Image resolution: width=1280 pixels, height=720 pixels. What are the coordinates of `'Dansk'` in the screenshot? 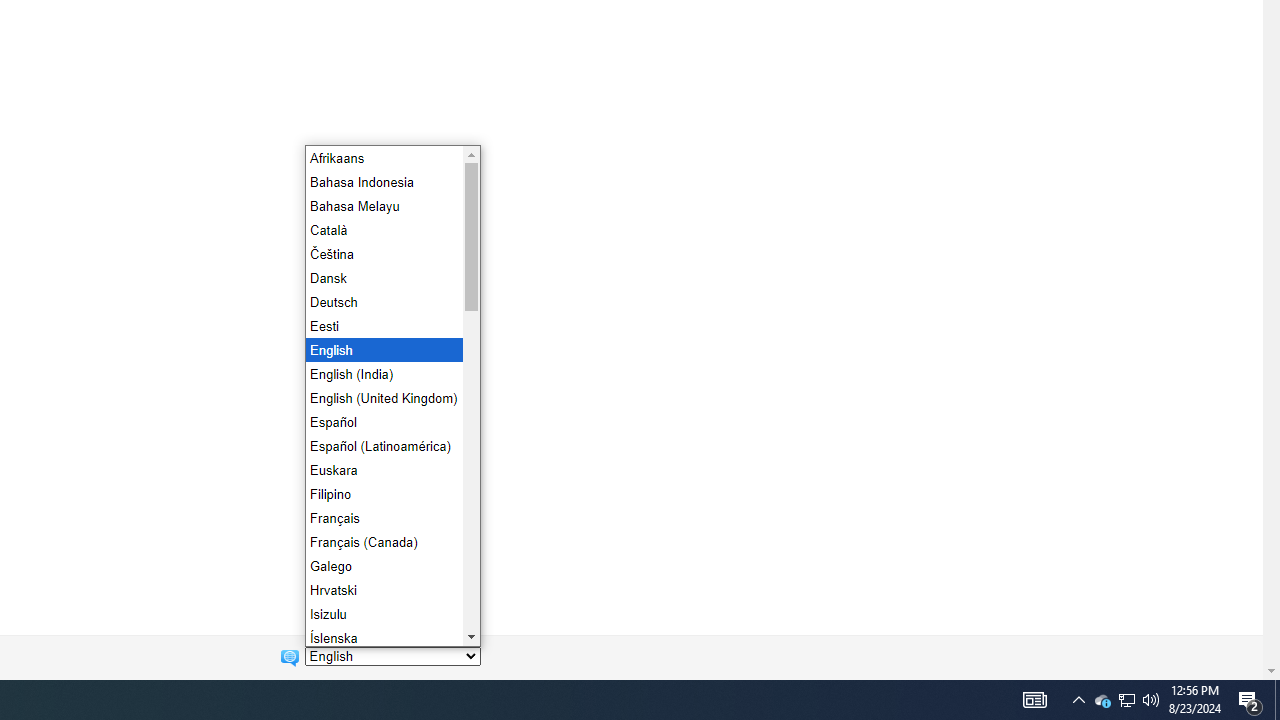 It's located at (382, 277).